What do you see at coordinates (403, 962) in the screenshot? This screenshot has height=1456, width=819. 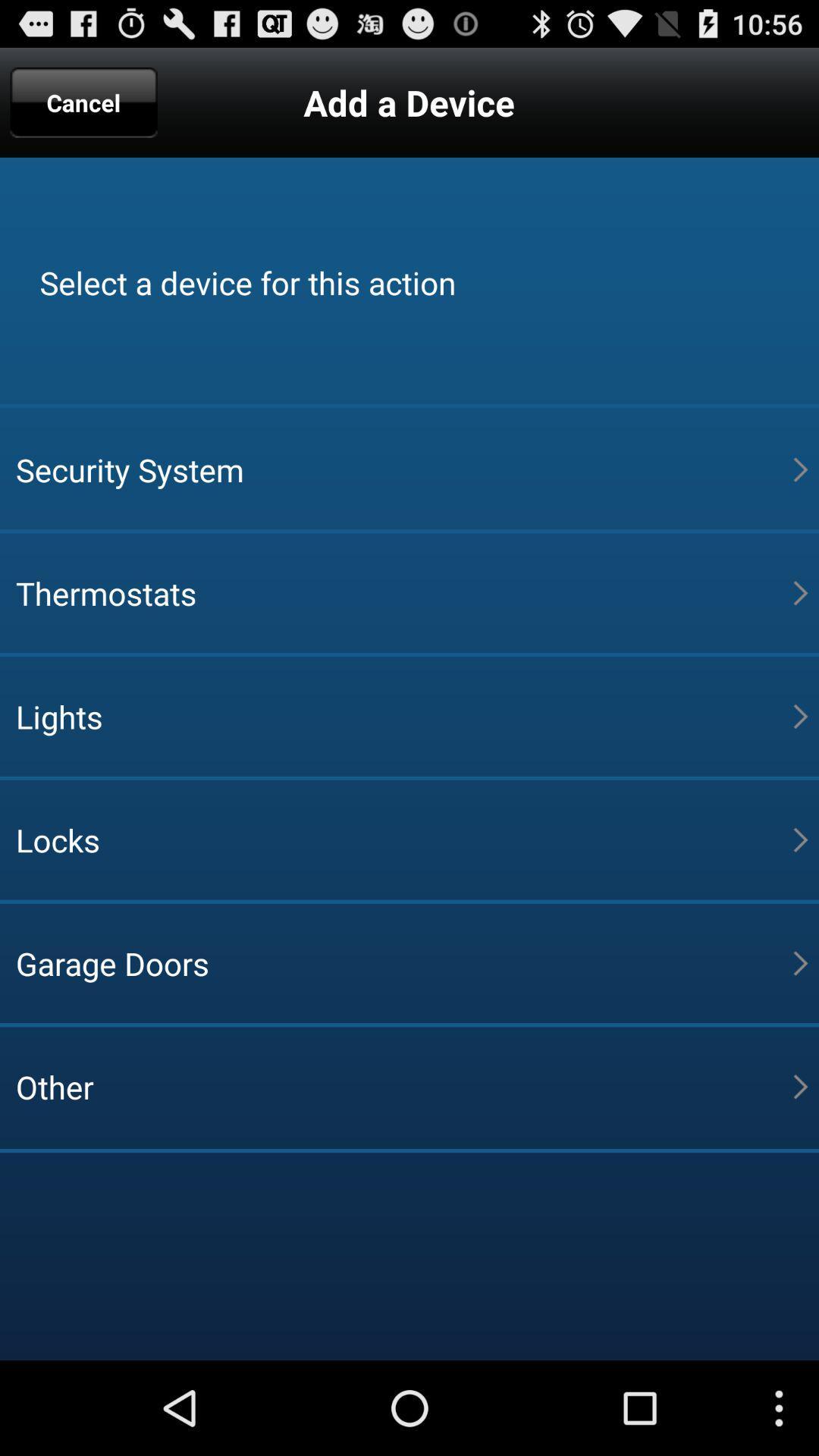 I see `the garage doors icon` at bounding box center [403, 962].